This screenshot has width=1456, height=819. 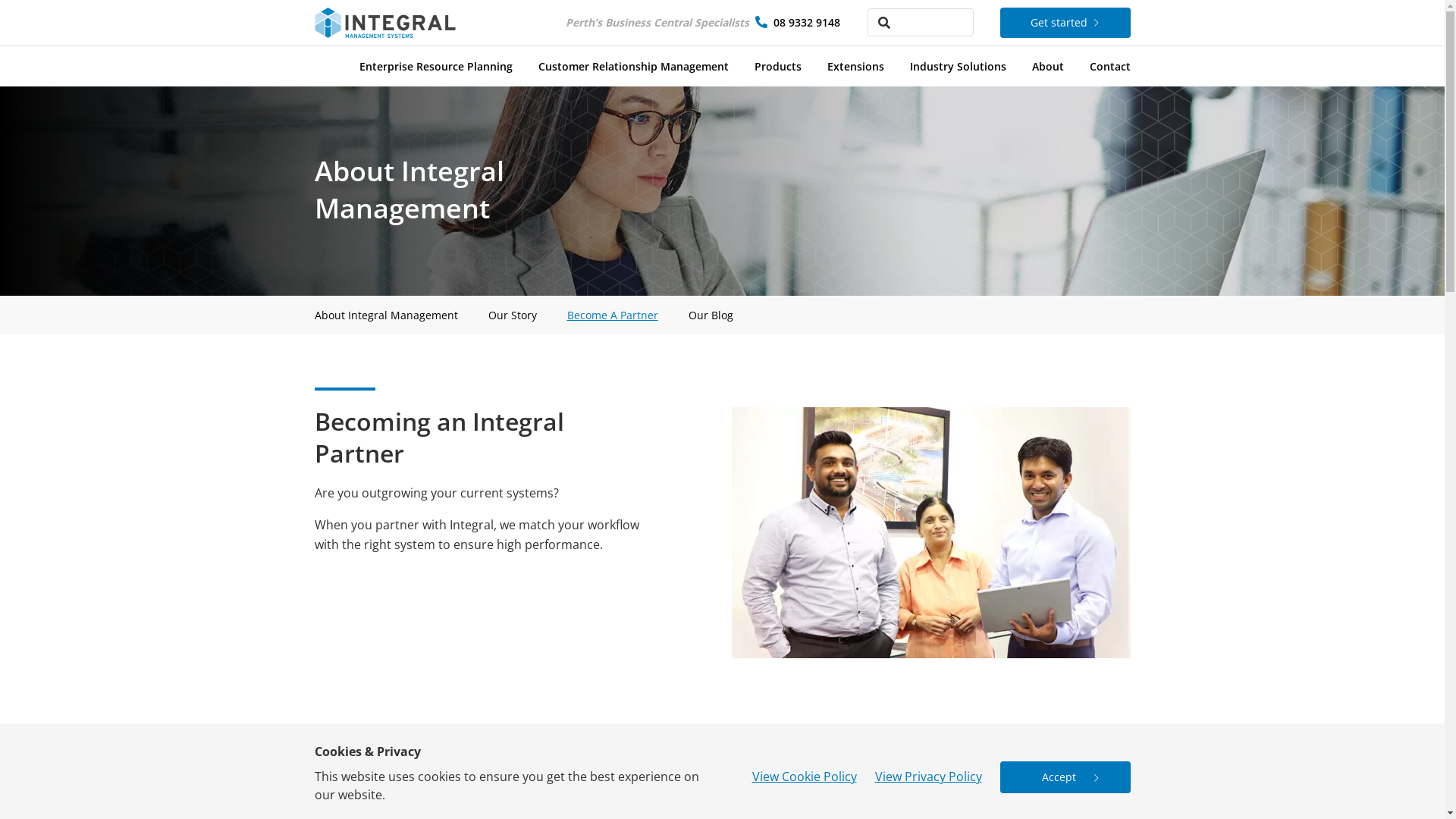 What do you see at coordinates (513, 314) in the screenshot?
I see `'Our Story'` at bounding box center [513, 314].